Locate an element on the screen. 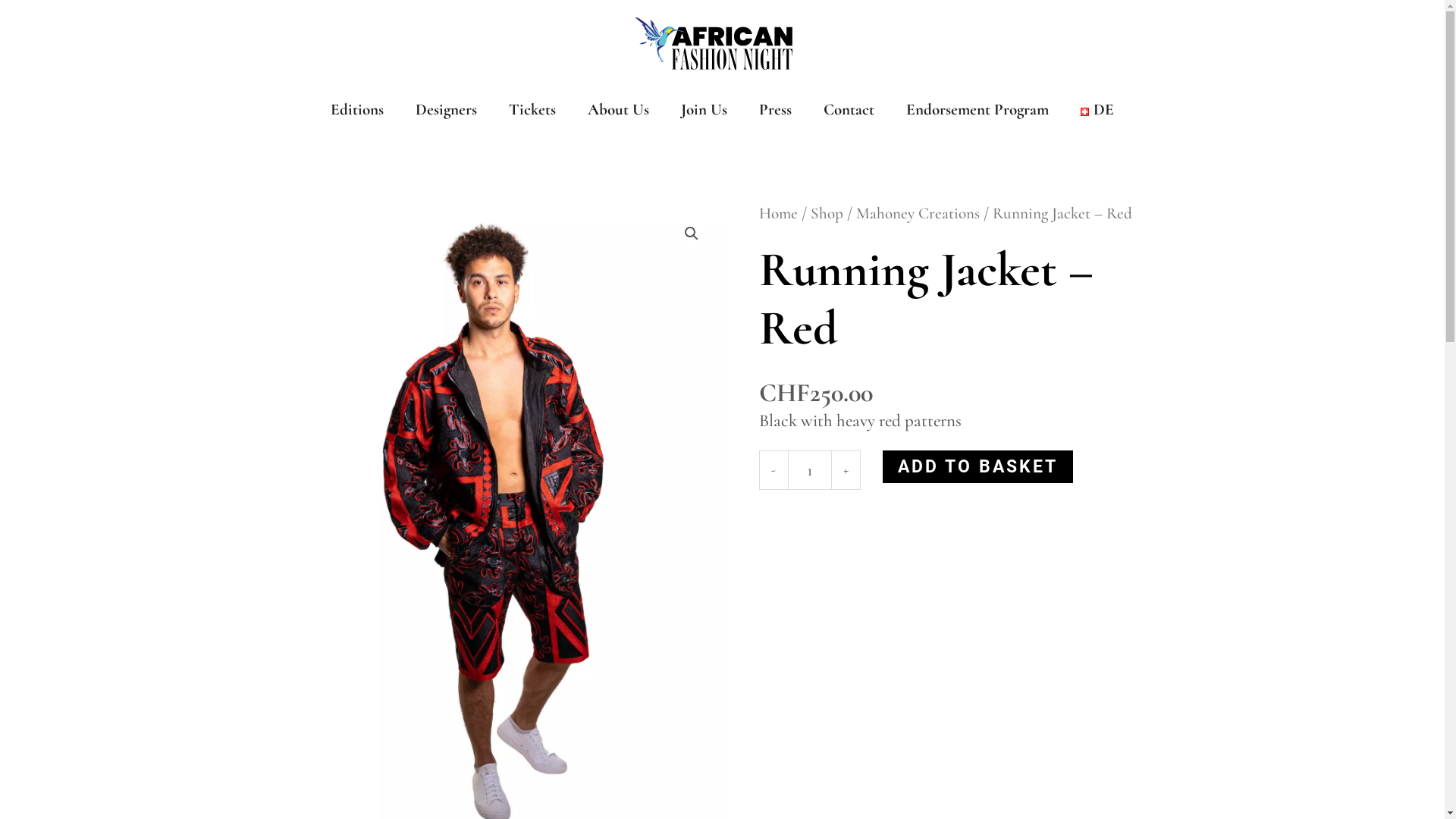 The width and height of the screenshot is (1456, 819). 'Mahoney Creations' is located at coordinates (916, 213).